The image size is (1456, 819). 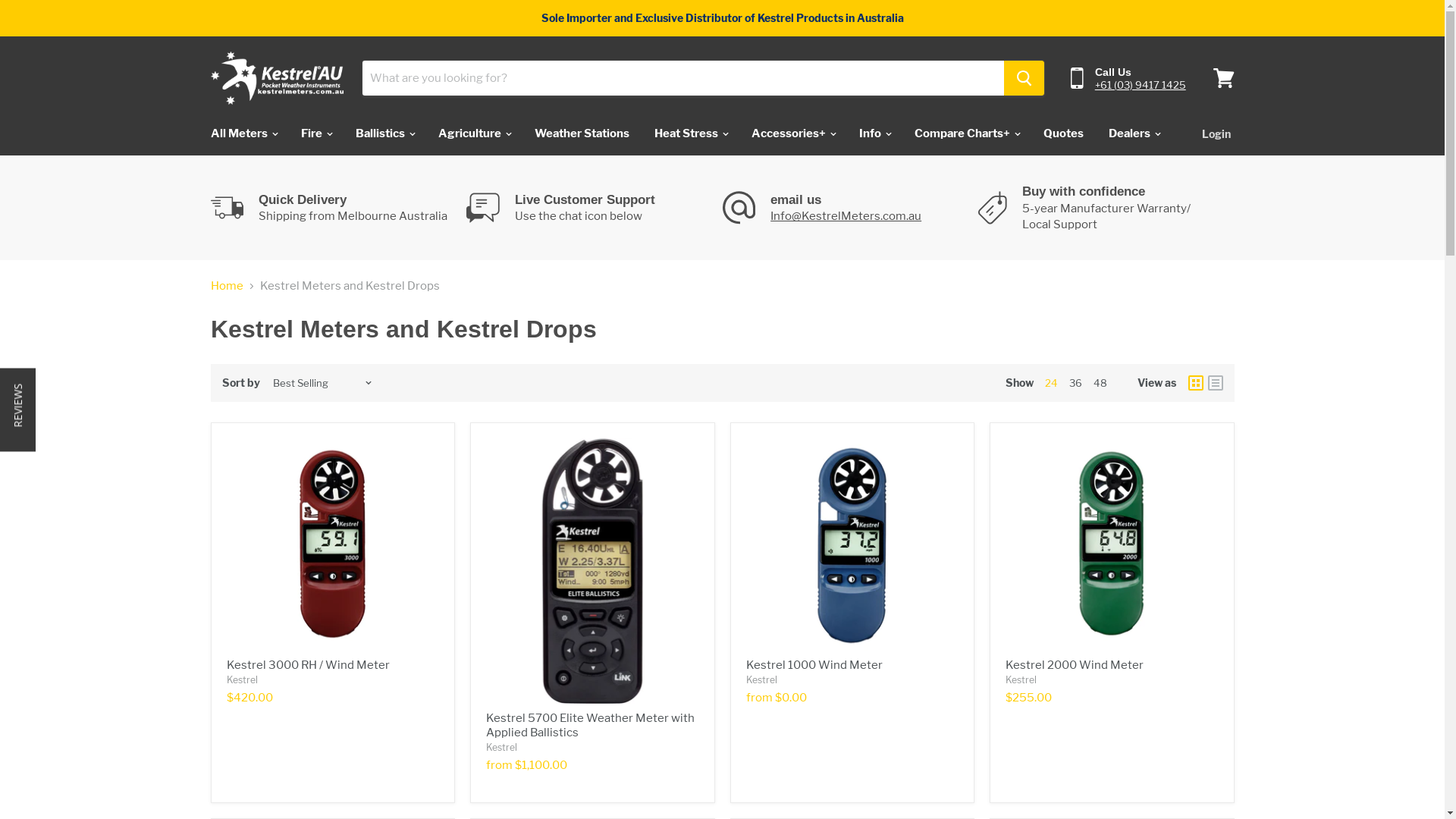 What do you see at coordinates (1073, 664) in the screenshot?
I see `'Kestrel 2000 Wind Meter'` at bounding box center [1073, 664].